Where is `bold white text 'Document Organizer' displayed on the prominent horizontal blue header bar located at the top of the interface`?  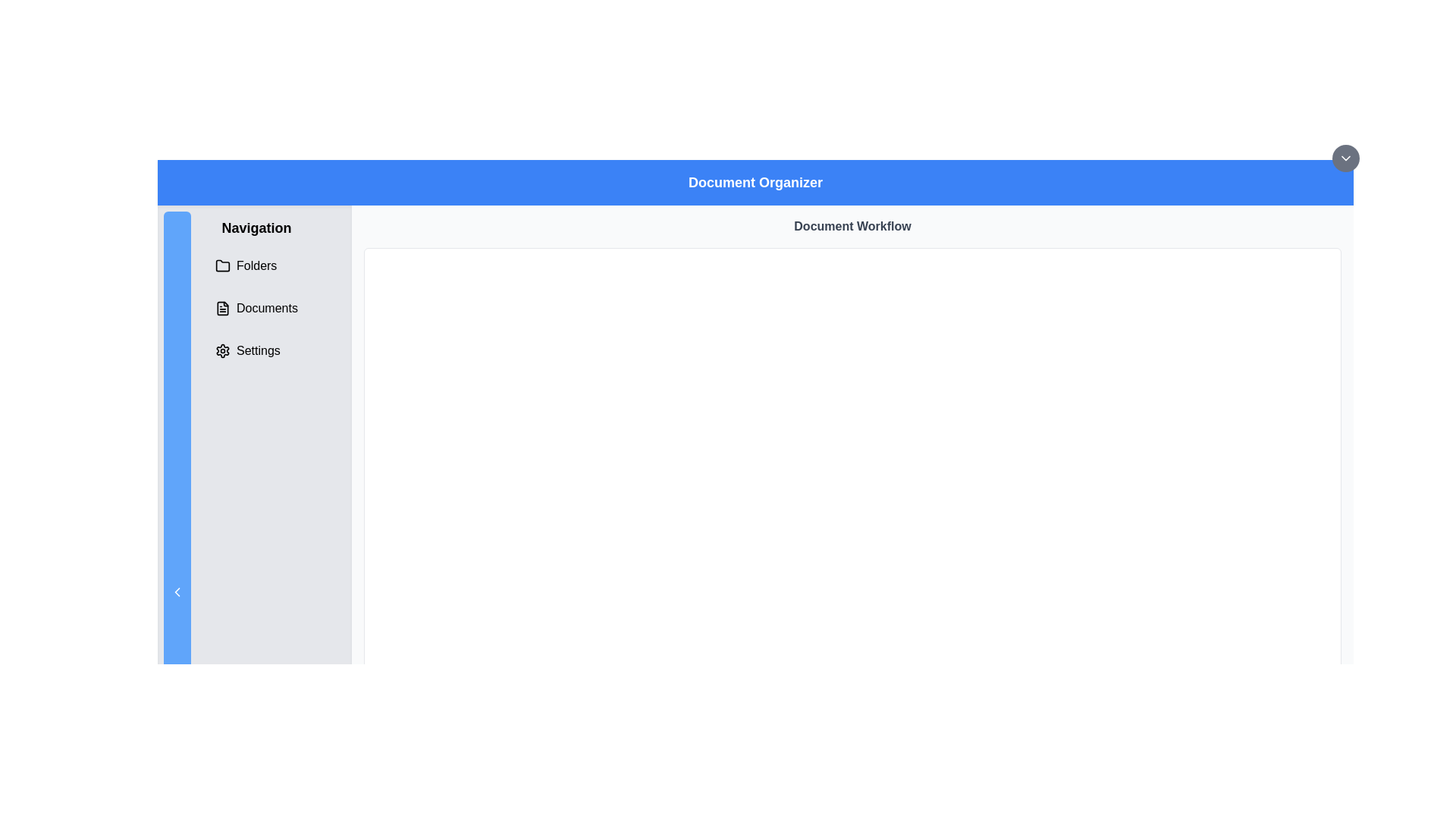 bold white text 'Document Organizer' displayed on the prominent horizontal blue header bar located at the top of the interface is located at coordinates (755, 181).